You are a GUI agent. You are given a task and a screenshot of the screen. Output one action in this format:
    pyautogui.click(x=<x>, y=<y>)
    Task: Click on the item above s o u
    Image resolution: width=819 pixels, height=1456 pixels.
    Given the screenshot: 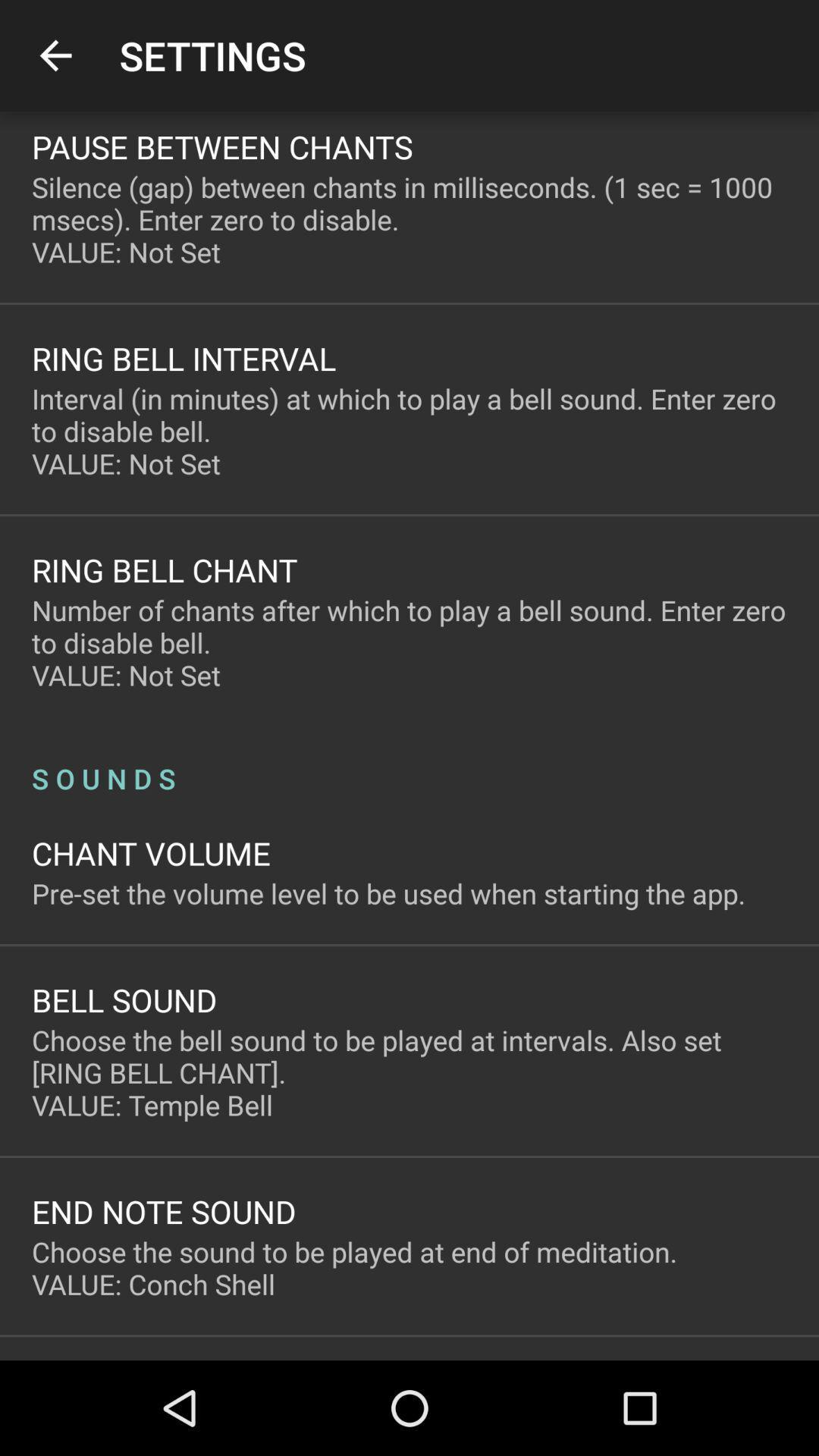 What is the action you would take?
    pyautogui.click(x=409, y=642)
    